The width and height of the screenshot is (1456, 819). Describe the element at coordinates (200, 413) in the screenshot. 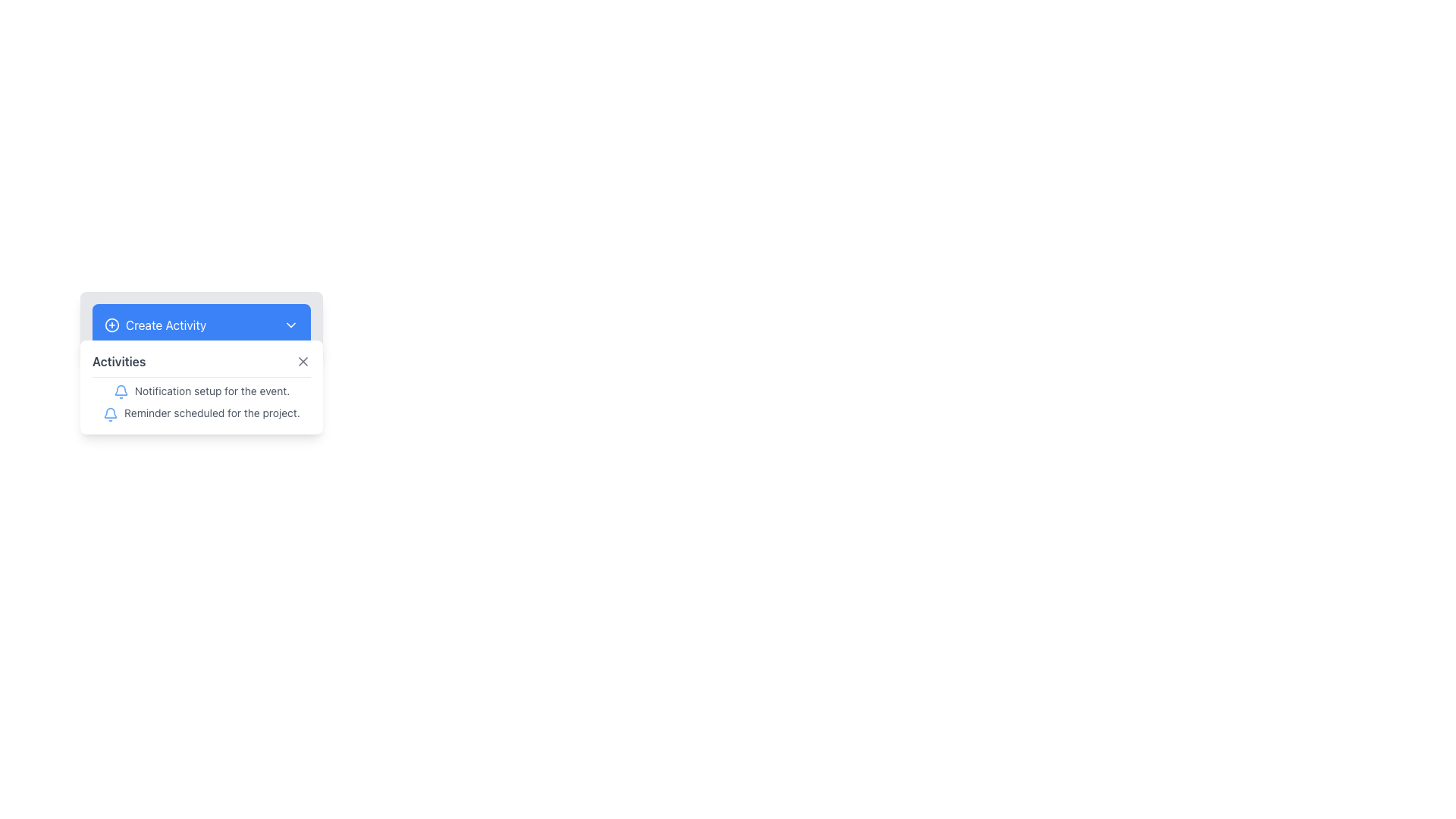

I see `the second notification message under the 'Activities' section, which provides scheduling information for a project reminder` at that location.